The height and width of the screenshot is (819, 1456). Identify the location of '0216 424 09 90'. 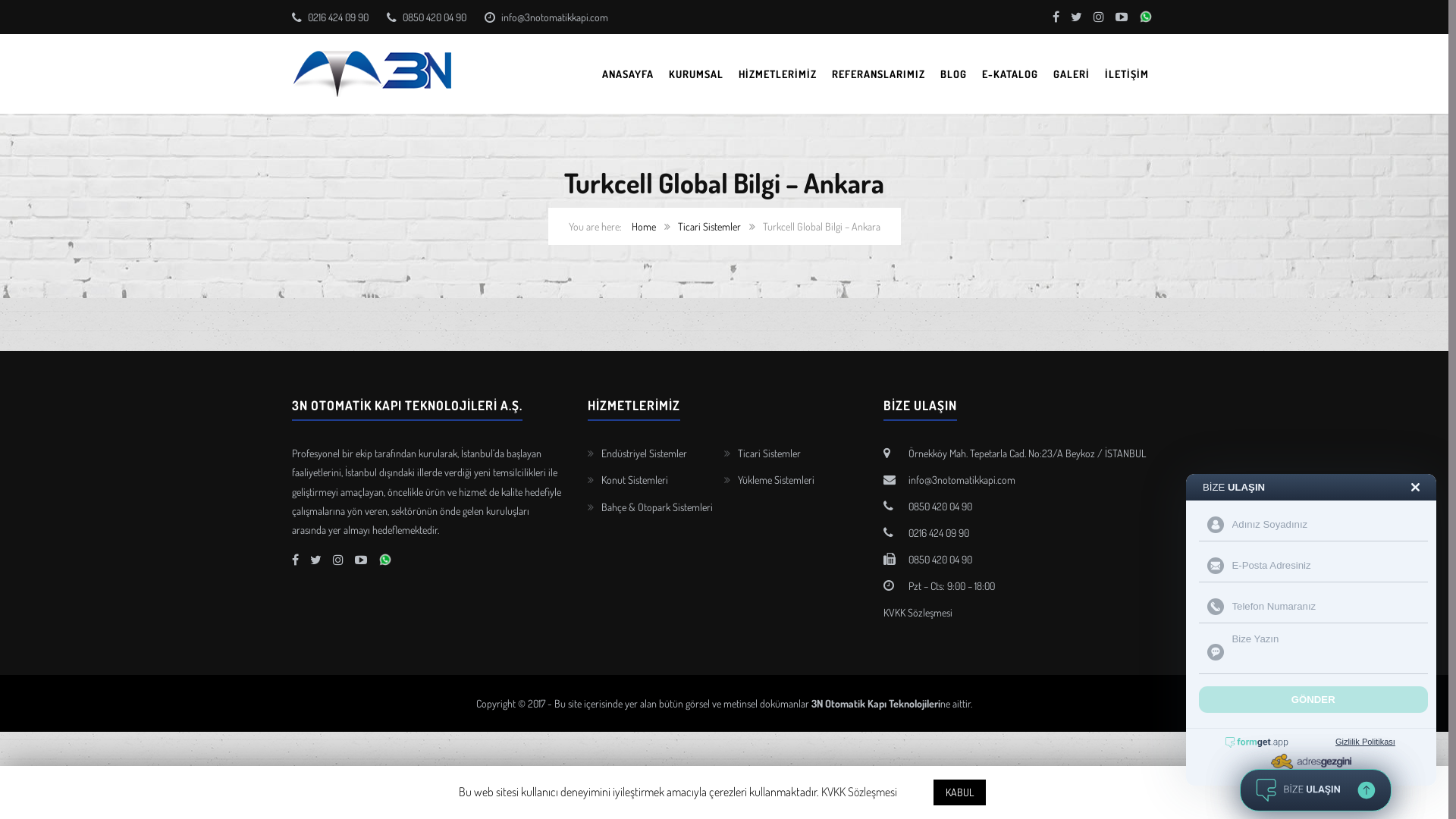
(906, 532).